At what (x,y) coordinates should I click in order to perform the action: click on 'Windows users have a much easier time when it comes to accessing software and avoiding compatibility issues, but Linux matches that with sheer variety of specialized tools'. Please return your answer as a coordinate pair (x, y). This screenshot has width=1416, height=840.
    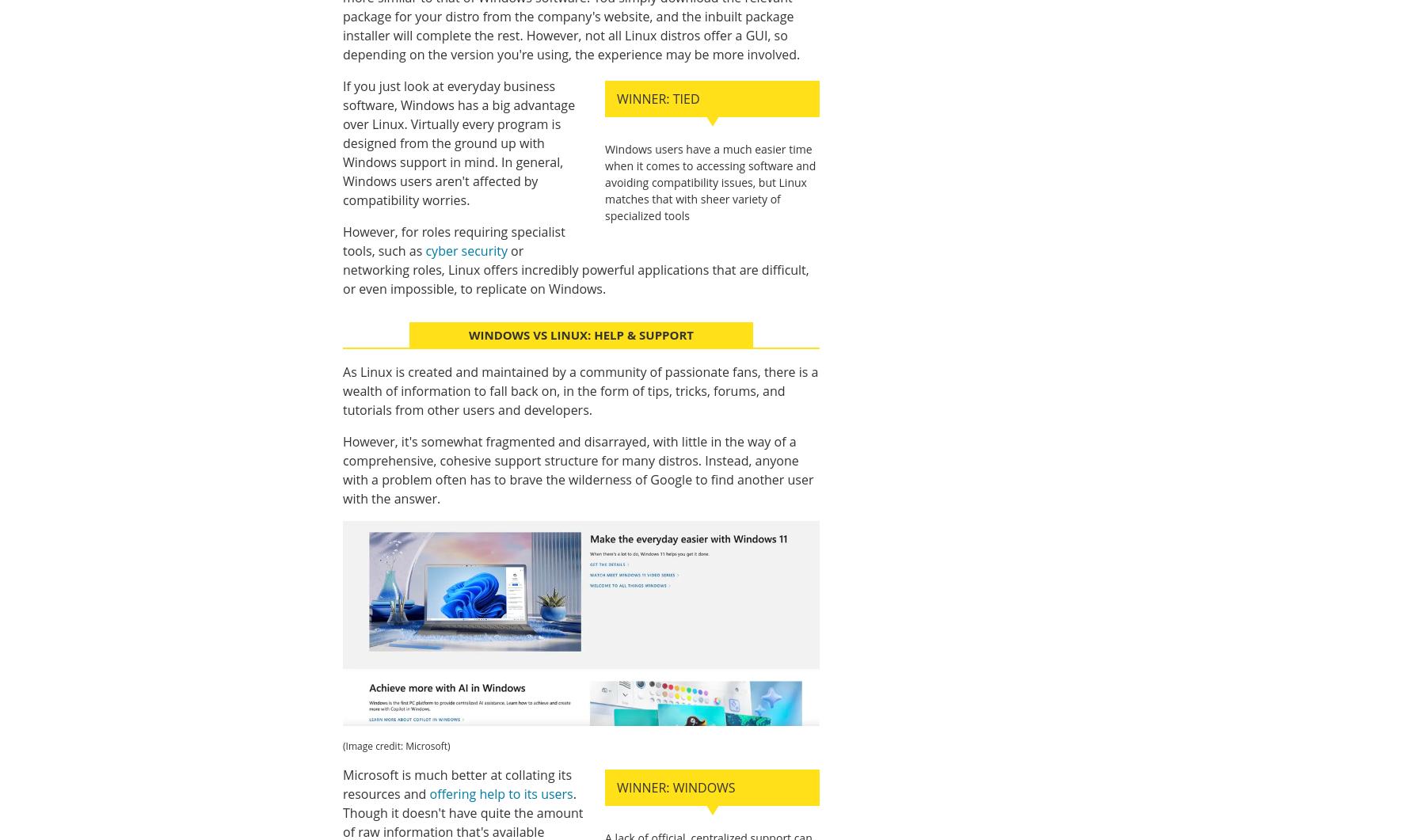
    Looking at the image, I should click on (710, 181).